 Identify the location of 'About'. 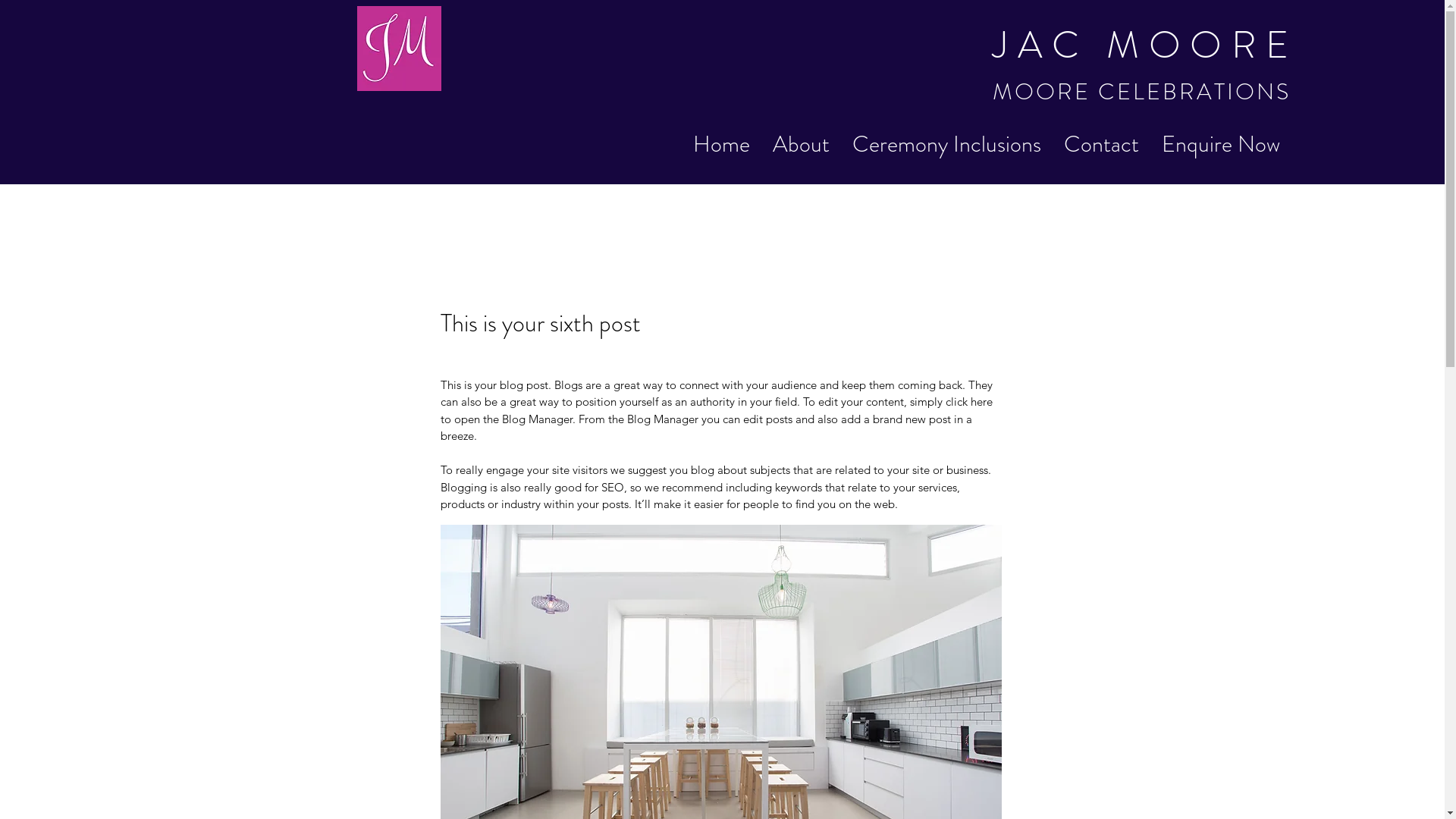
(800, 144).